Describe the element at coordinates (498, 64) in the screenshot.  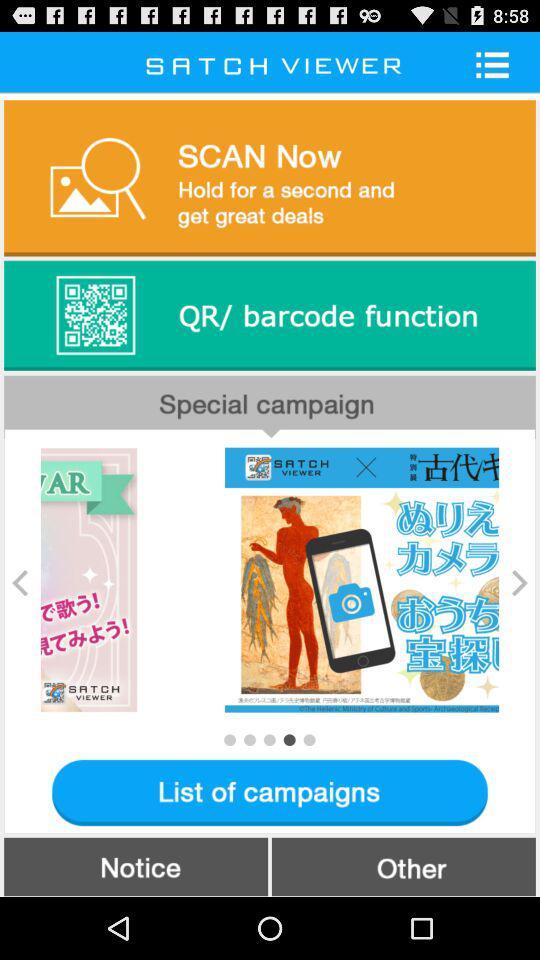
I see `the icon at the top right corner` at that location.